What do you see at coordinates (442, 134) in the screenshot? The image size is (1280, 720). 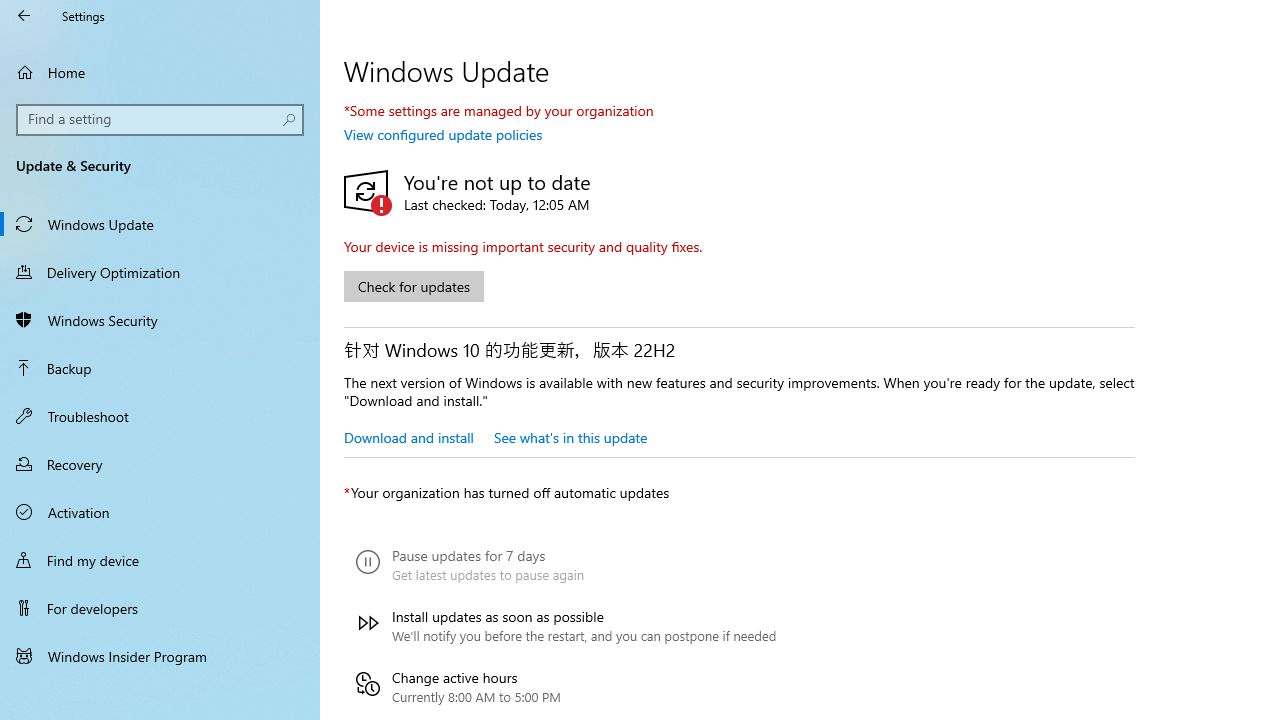 I see `'View configured update policies'` at bounding box center [442, 134].